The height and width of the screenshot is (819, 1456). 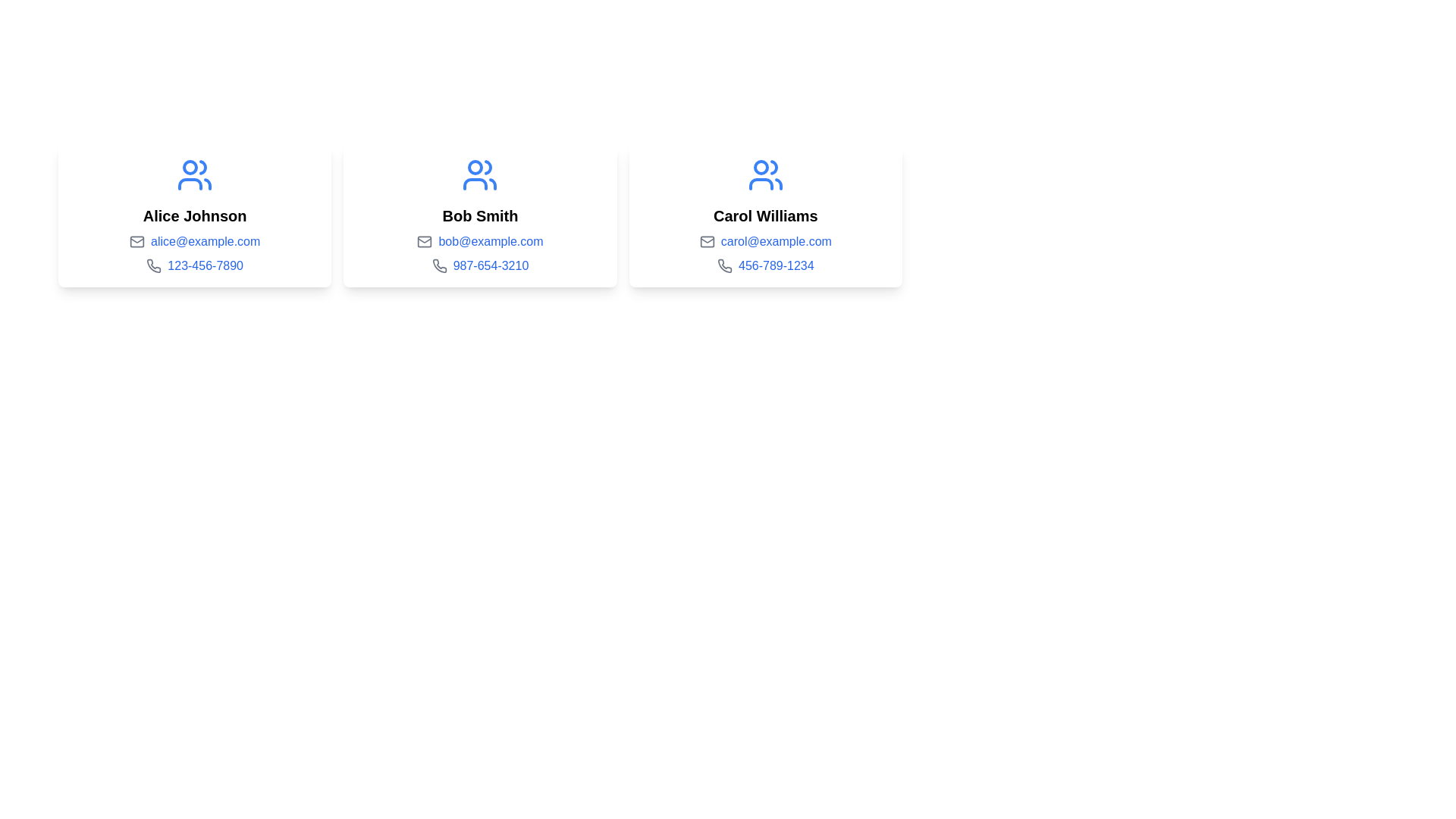 I want to click on the user icon representing Alice Johnson, which is located at the top center of her contact card, just above her name, so click(x=194, y=174).